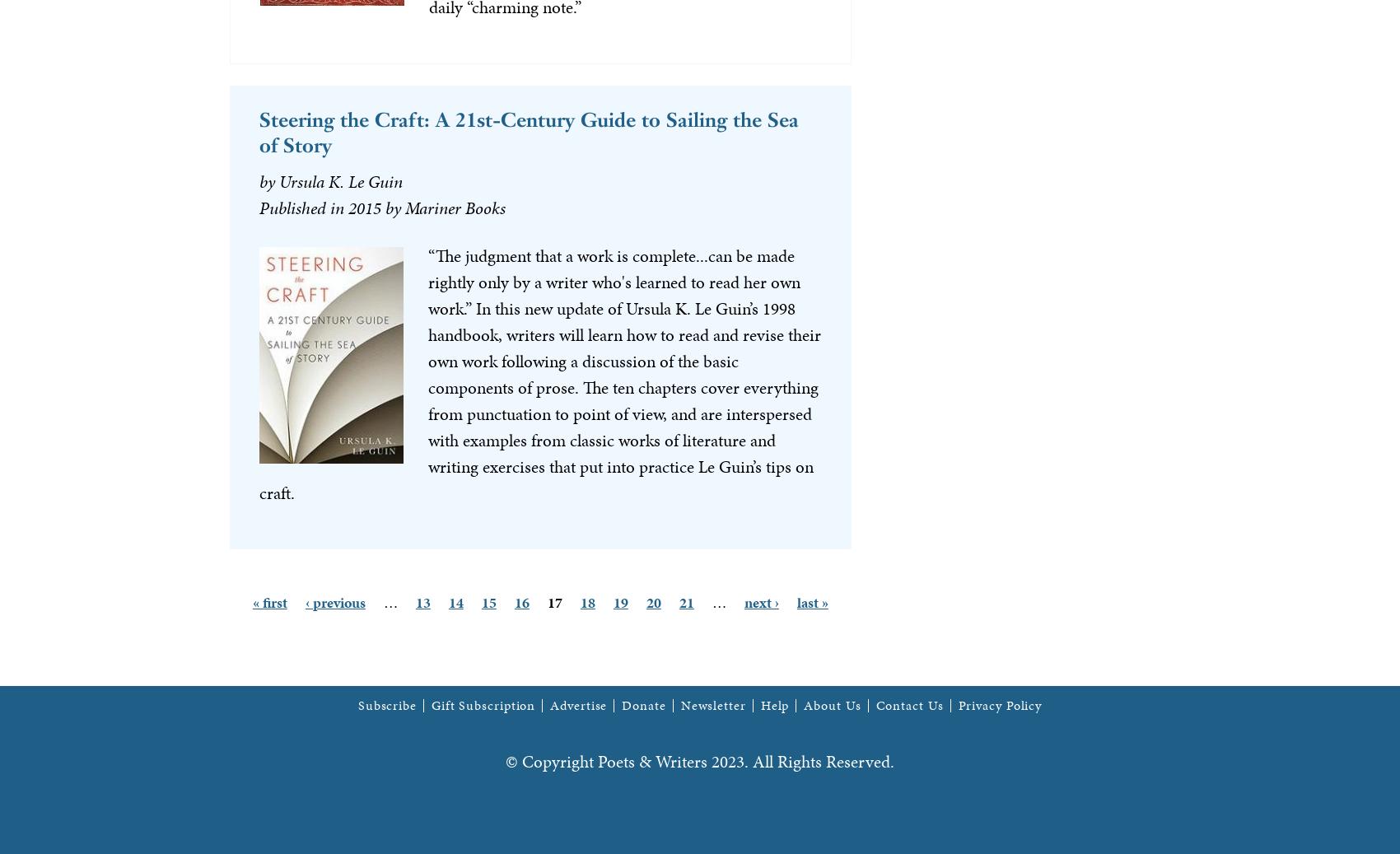 This screenshot has width=1400, height=854. What do you see at coordinates (482, 704) in the screenshot?
I see `'Gift Subscription'` at bounding box center [482, 704].